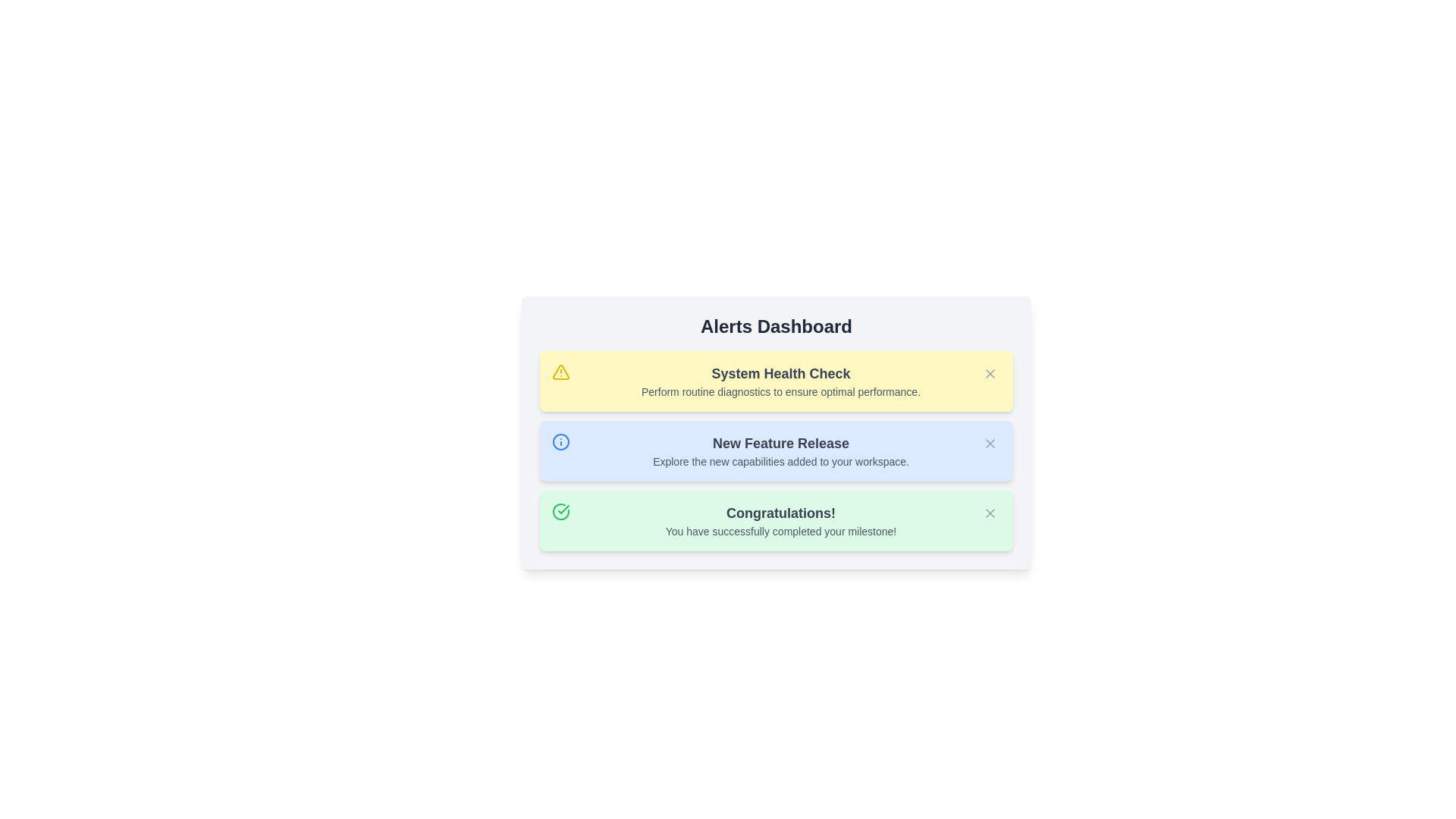 This screenshot has height=819, width=1456. What do you see at coordinates (990, 513) in the screenshot?
I see `the dismiss button for the alert titled 'Congratulations!'` at bounding box center [990, 513].